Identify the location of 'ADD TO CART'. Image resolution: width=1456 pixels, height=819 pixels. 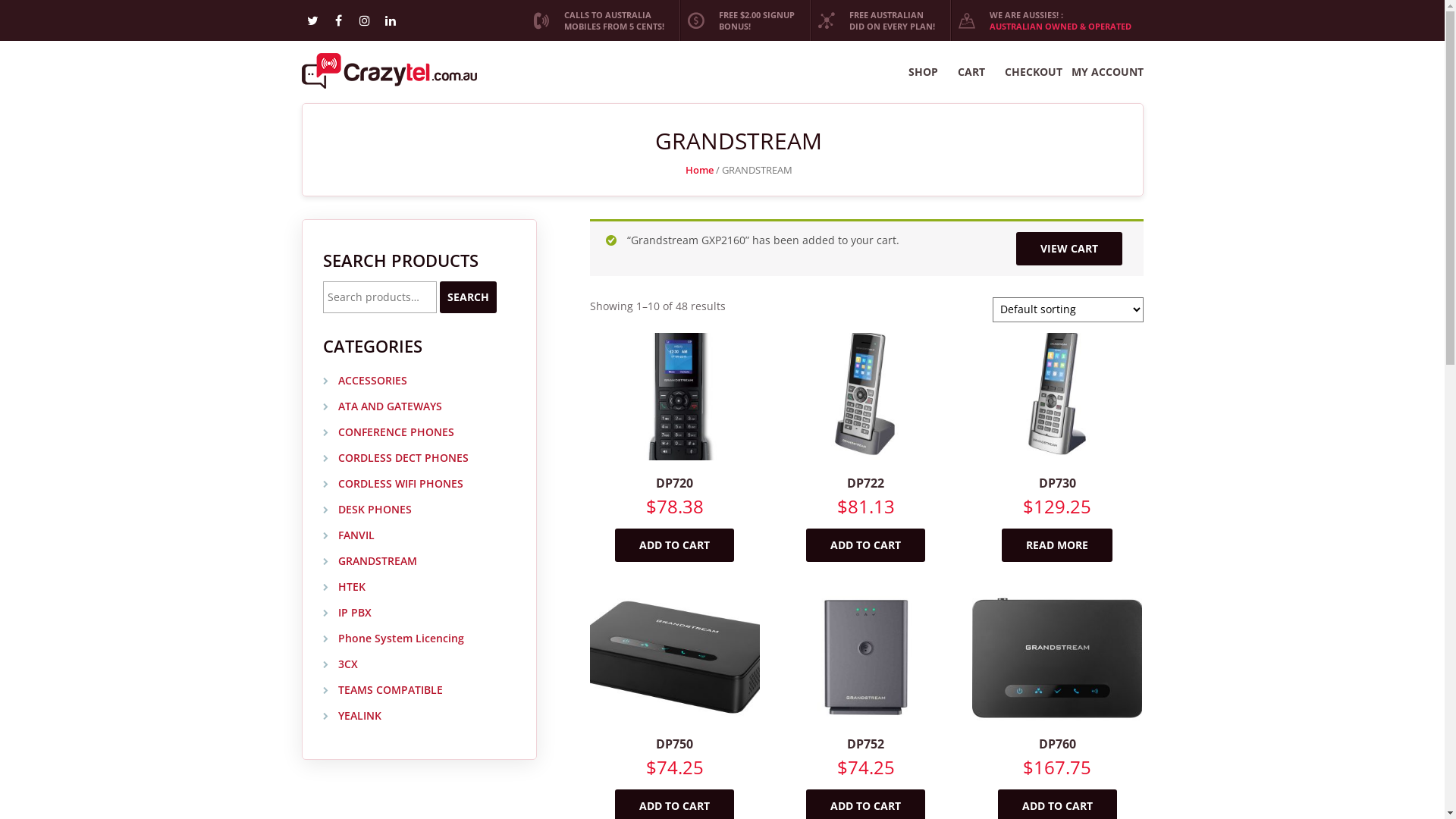
(673, 544).